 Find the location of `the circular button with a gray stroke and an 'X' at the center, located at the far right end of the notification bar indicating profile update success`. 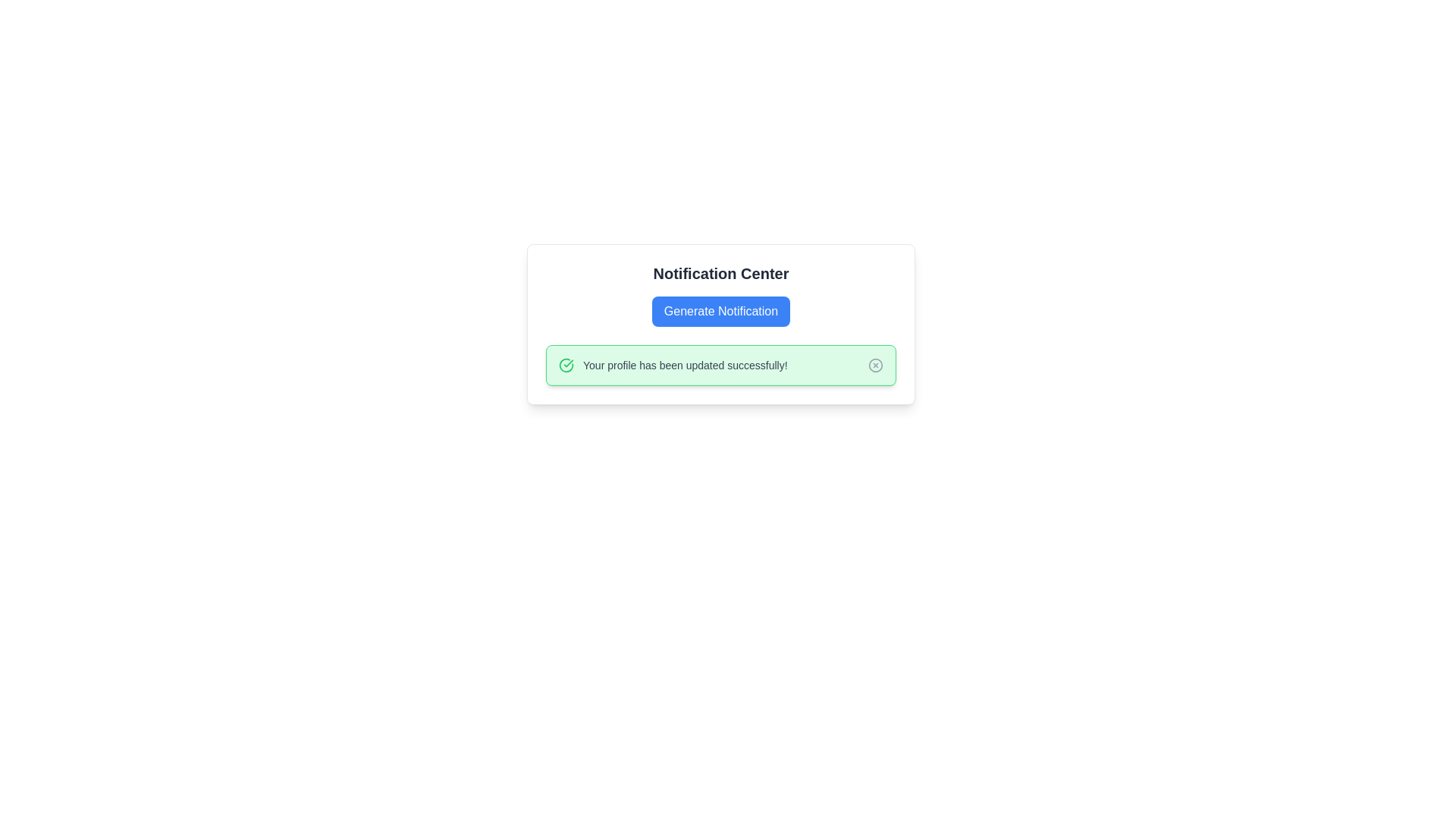

the circular button with a gray stroke and an 'X' at the center, located at the far right end of the notification bar indicating profile update success is located at coordinates (876, 366).